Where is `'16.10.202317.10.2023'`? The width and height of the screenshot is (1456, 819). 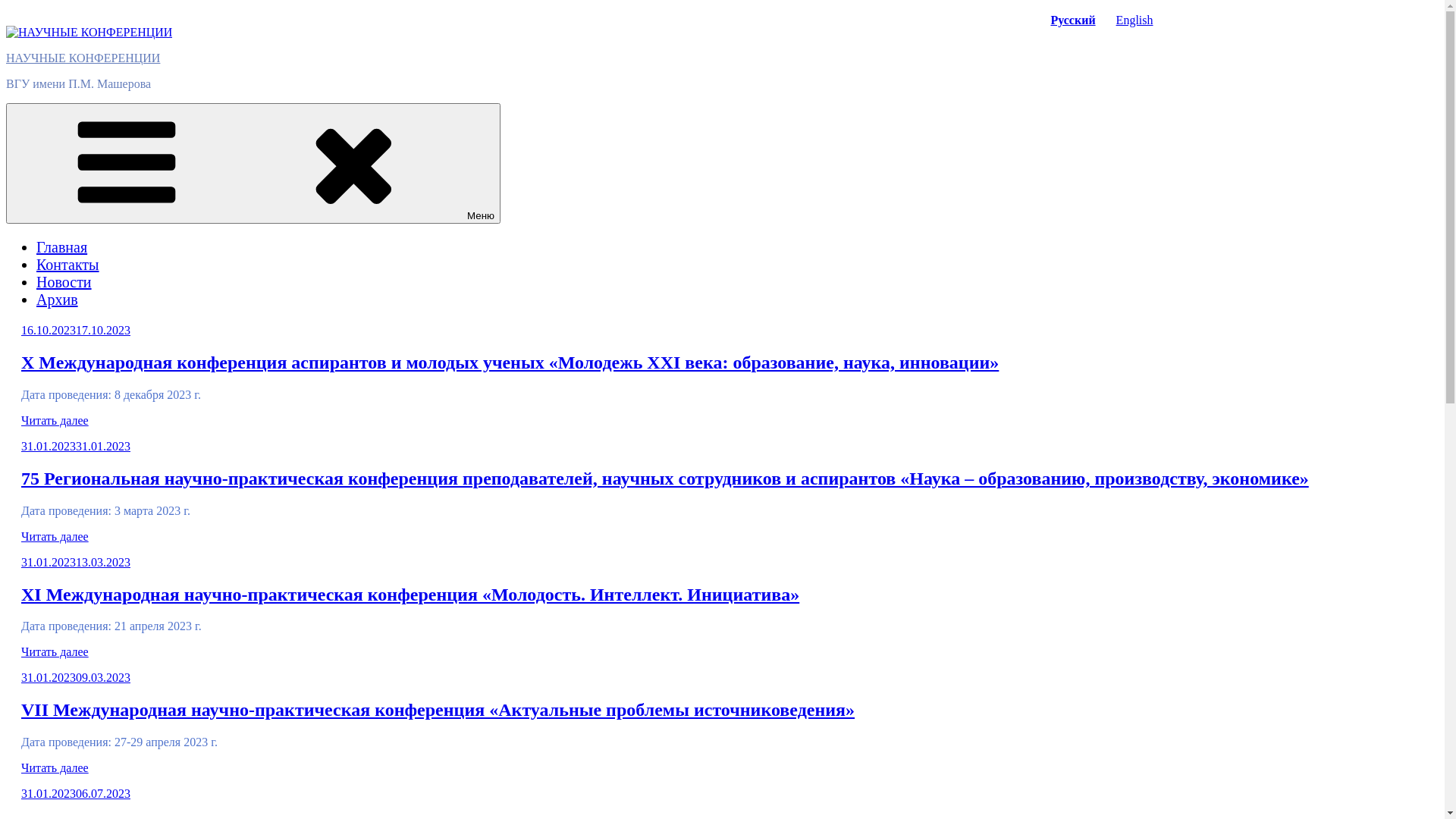
'16.10.202317.10.2023' is located at coordinates (75, 329).